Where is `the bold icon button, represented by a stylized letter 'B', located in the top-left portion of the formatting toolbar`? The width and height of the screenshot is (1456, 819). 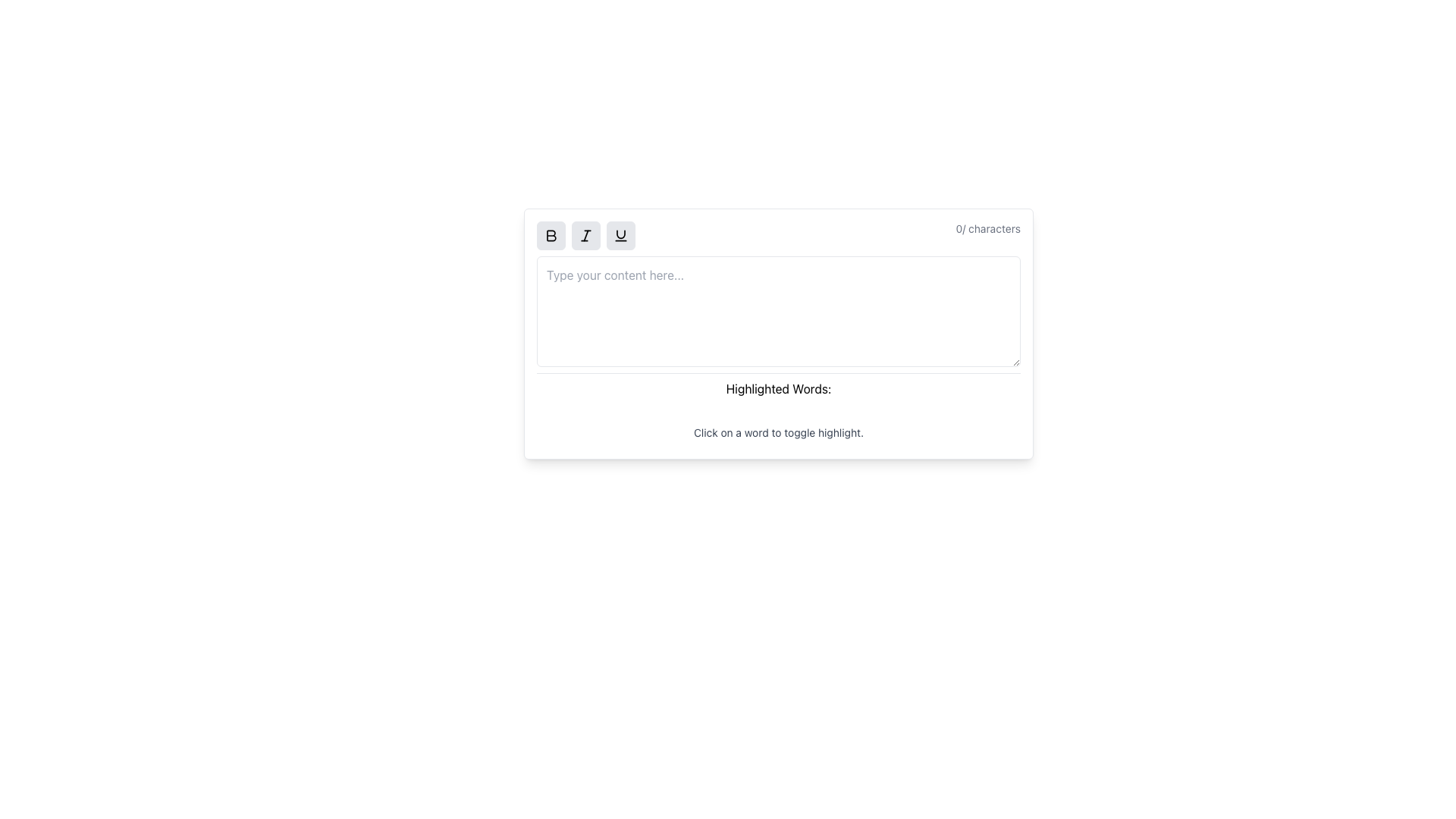
the bold icon button, represented by a stylized letter 'B', located in the top-left portion of the formatting toolbar is located at coordinates (550, 236).